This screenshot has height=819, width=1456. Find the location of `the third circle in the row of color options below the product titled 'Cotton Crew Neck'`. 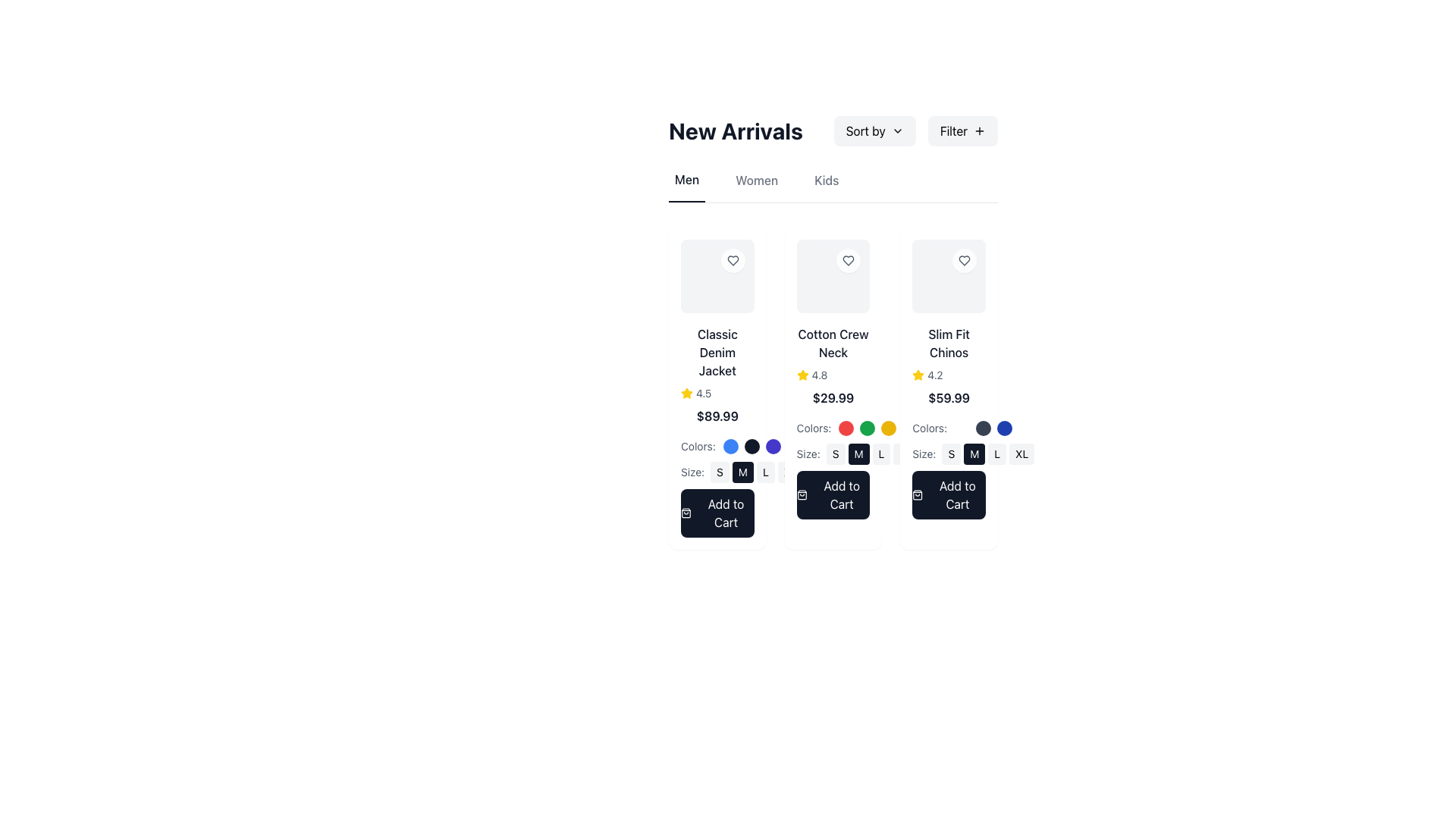

the third circle in the row of color options below the product titled 'Cotton Crew Neck' is located at coordinates (889, 428).